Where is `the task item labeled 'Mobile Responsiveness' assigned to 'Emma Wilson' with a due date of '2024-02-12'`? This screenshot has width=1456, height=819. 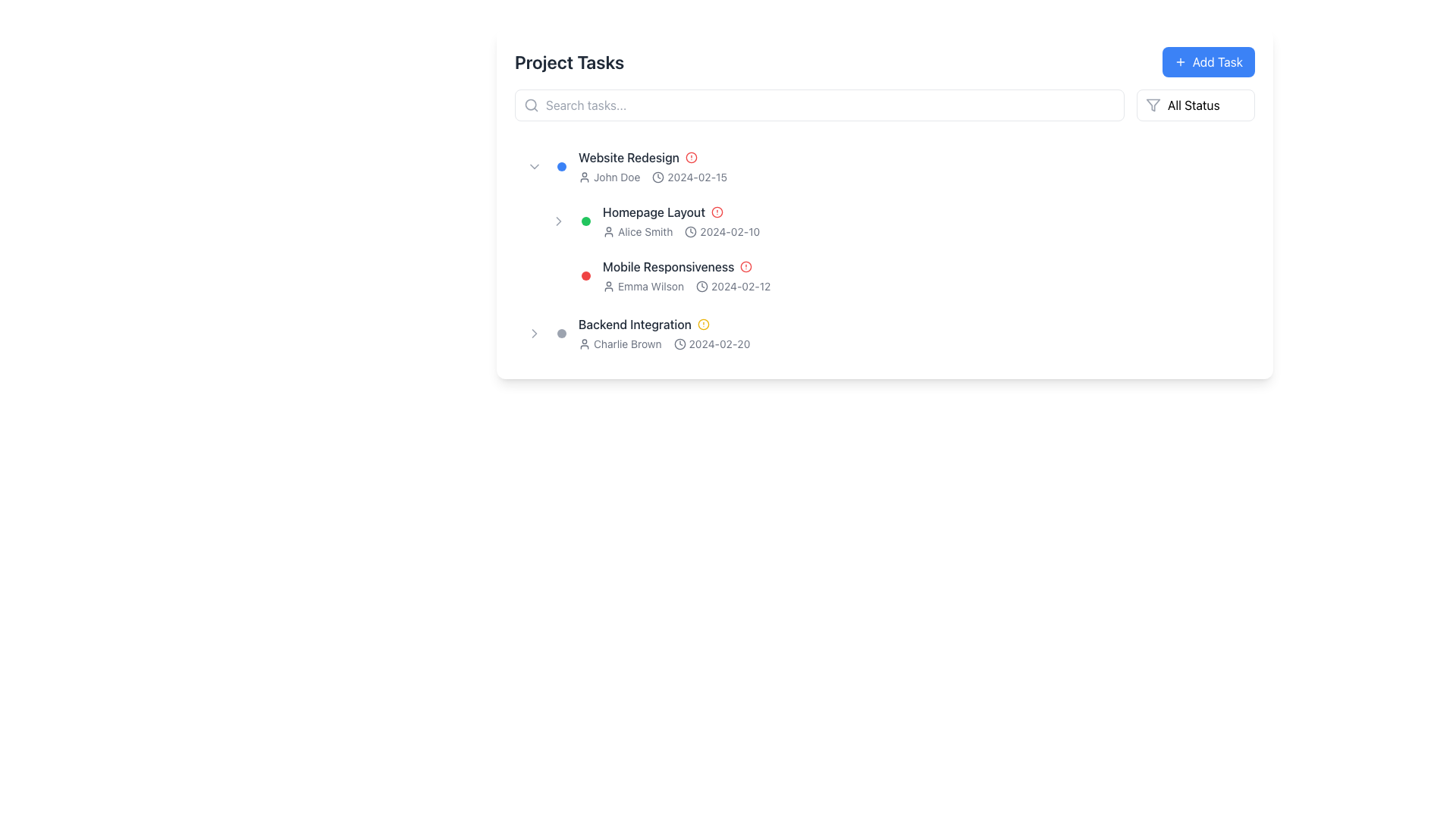 the task item labeled 'Mobile Responsiveness' assigned to 'Emma Wilson' with a due date of '2024-02-12' is located at coordinates (884, 275).